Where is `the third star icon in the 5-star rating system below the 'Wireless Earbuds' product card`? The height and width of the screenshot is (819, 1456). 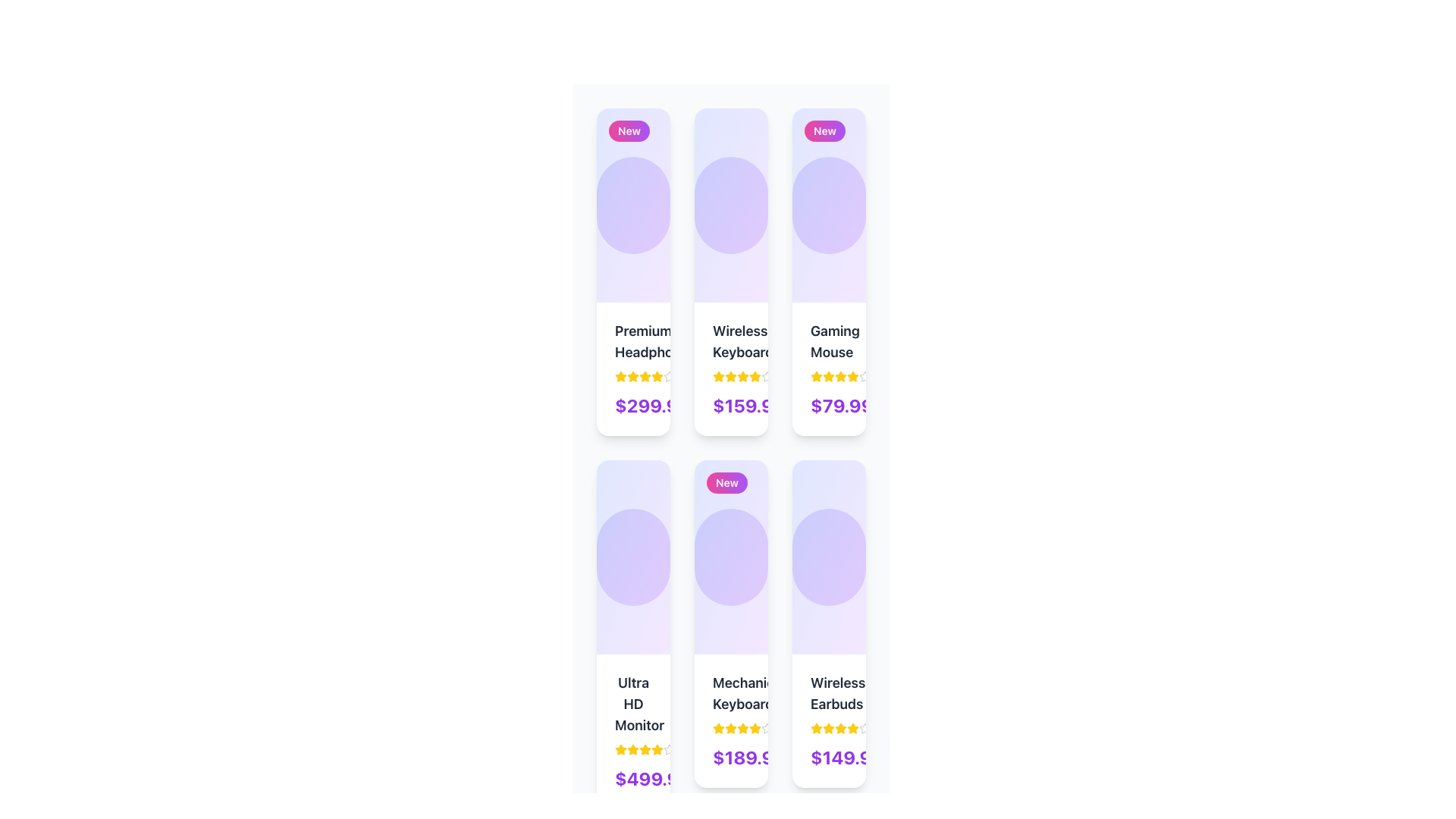
the third star icon in the 5-star rating system below the 'Wireless Earbuds' product card is located at coordinates (828, 727).